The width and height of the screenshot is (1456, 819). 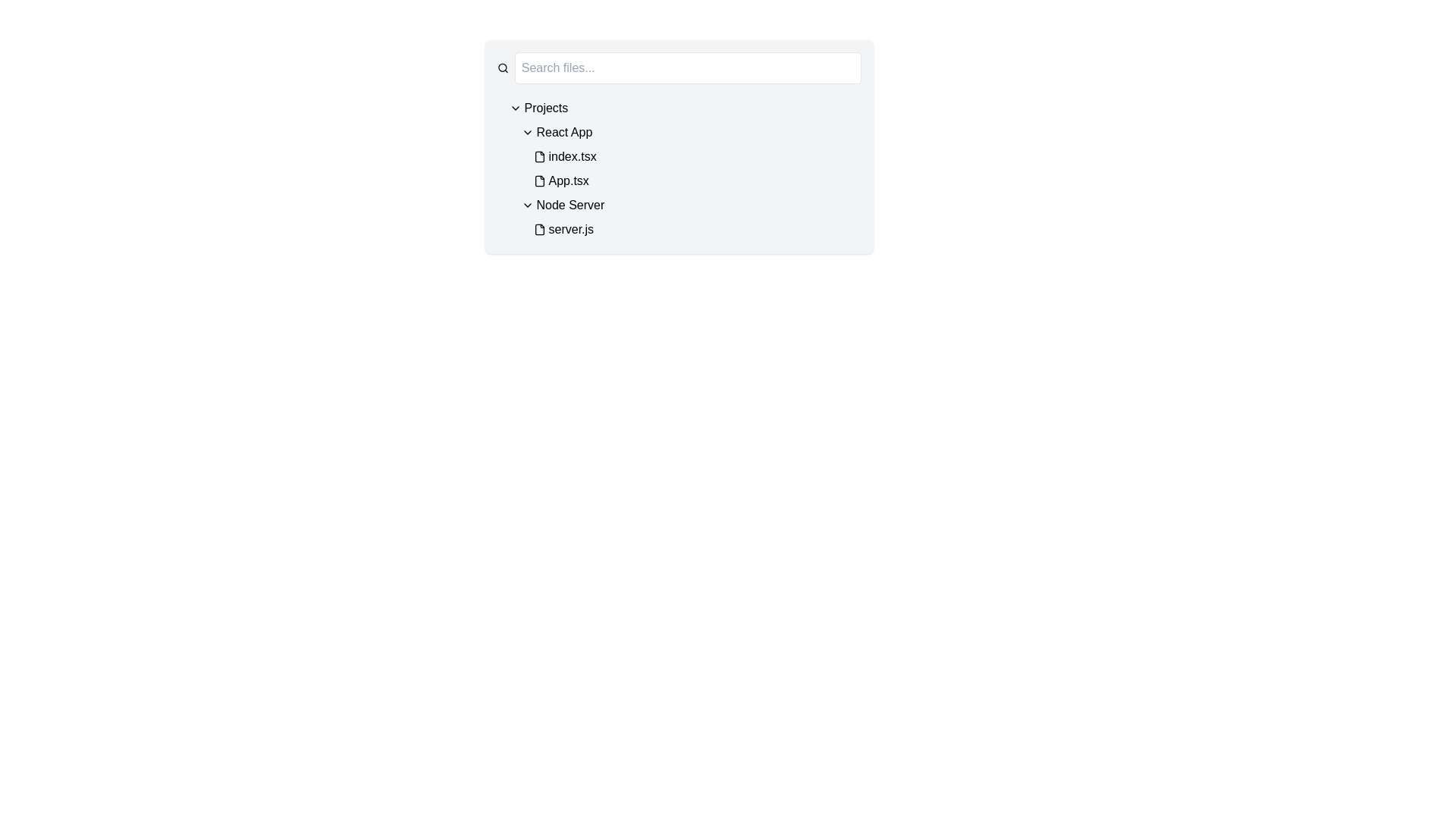 I want to click on the file icon located to the left of the text 'index.tsx', so click(x=539, y=157).